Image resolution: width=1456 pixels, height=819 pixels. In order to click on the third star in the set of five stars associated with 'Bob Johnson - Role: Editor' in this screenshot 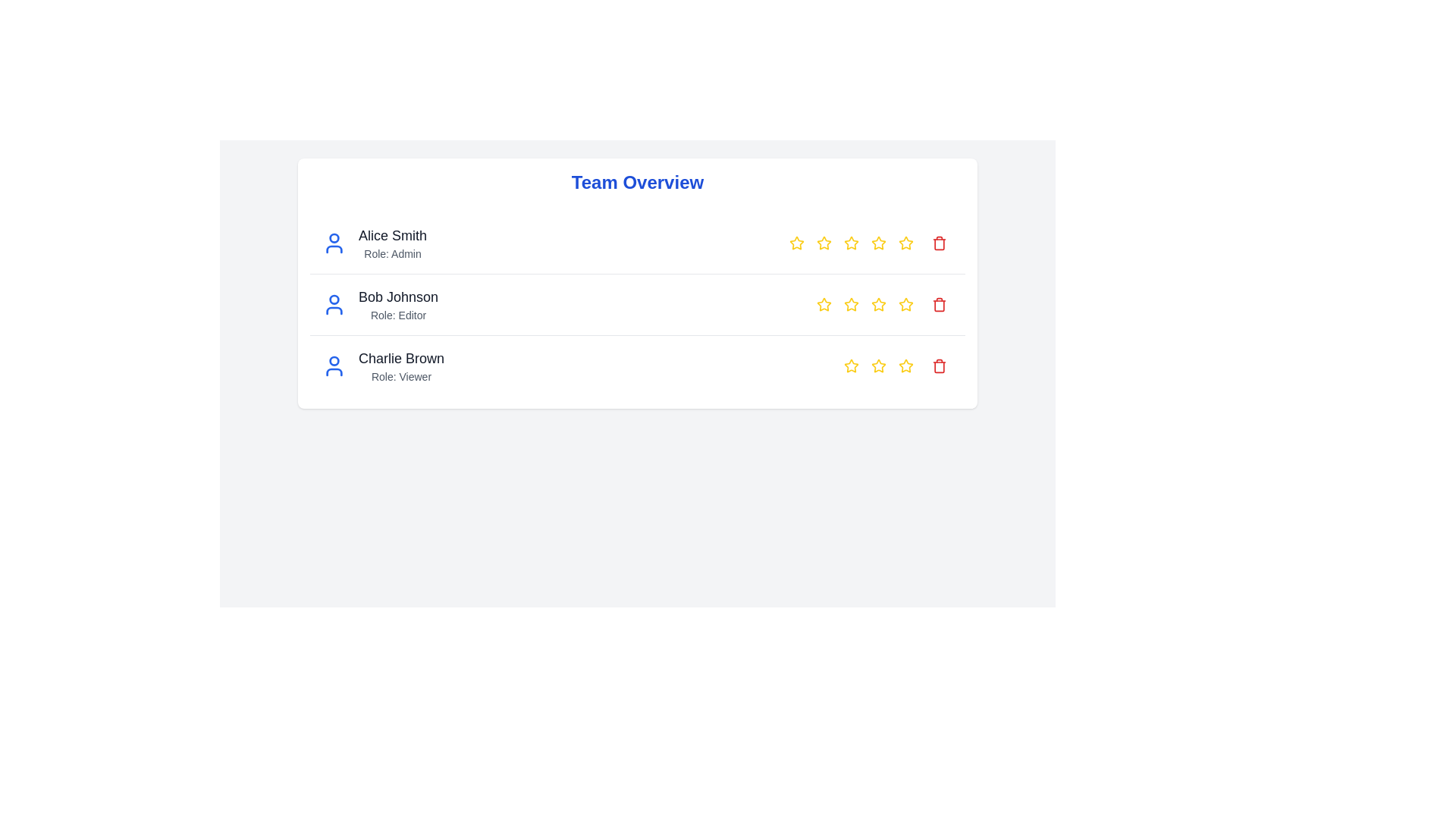, I will do `click(851, 304)`.